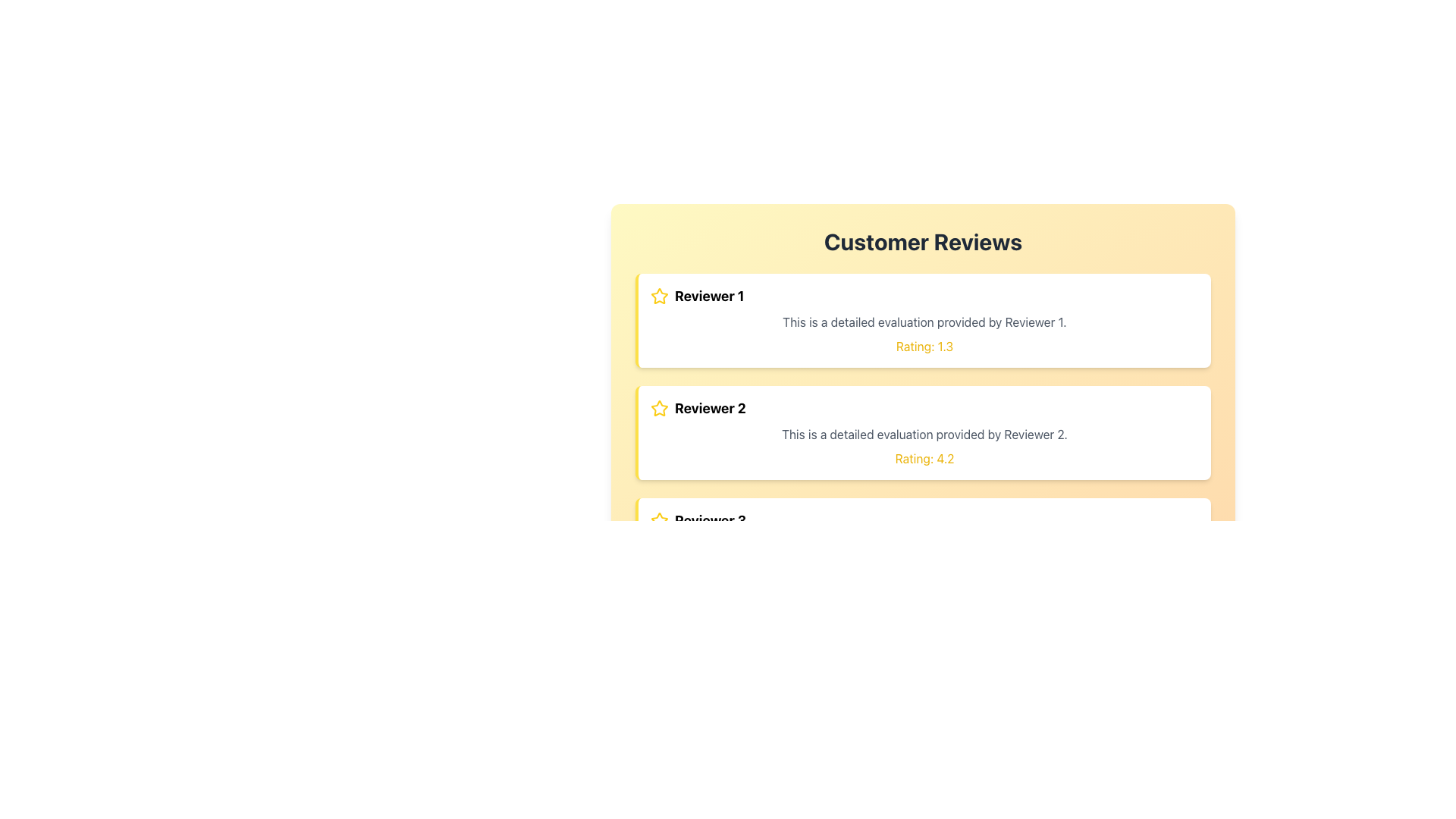  Describe the element at coordinates (924, 458) in the screenshot. I see `the text label displaying 'Rating: 4.2' in bold yellow font, located in the second review card below the review description` at that location.